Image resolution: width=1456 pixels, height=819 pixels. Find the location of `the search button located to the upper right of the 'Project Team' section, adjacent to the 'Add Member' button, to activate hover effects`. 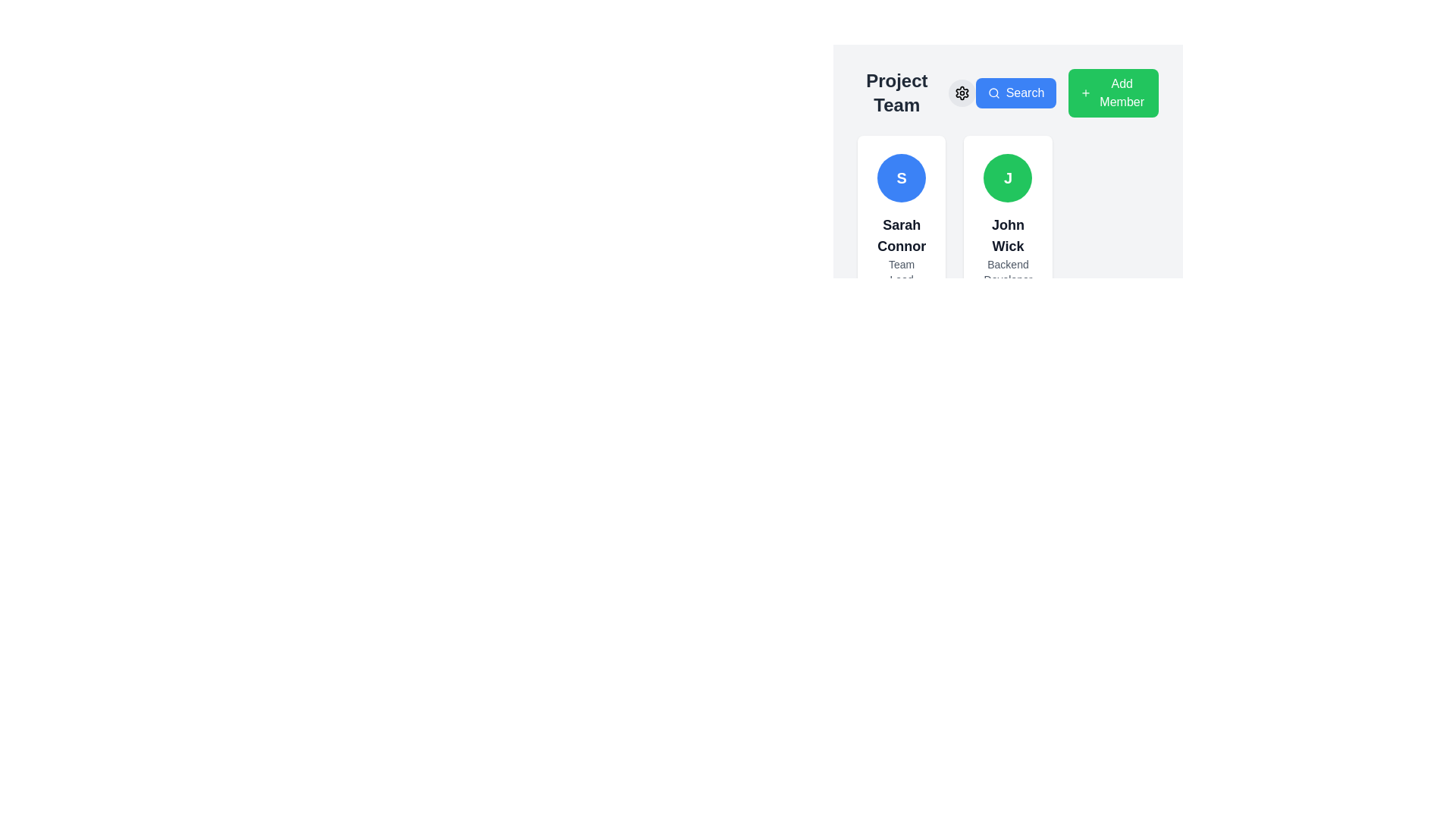

the search button located to the upper right of the 'Project Team' section, adjacent to the 'Add Member' button, to activate hover effects is located at coordinates (1015, 93).